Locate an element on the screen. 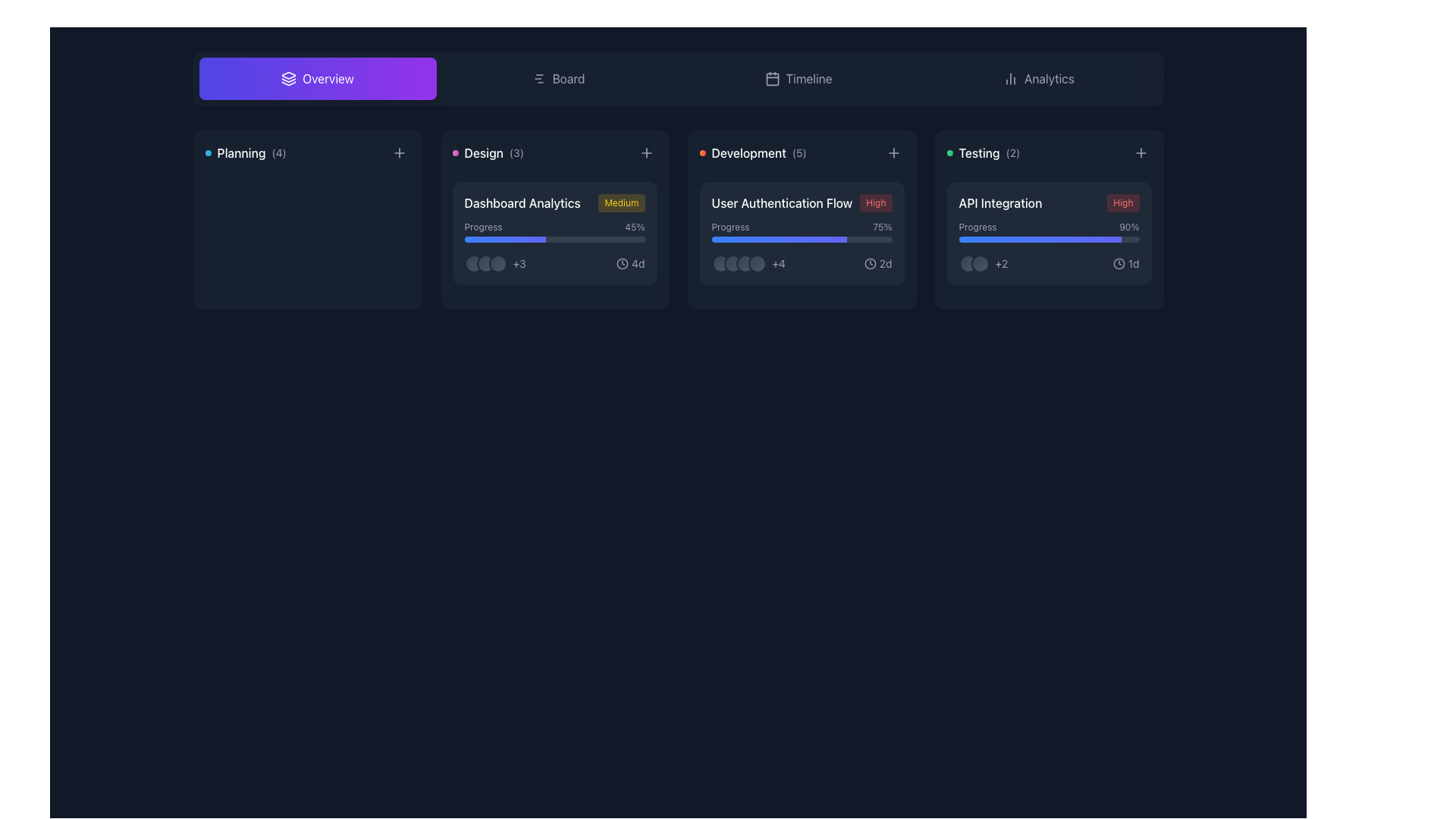  icons of the Status indicator located at the bottom of the 'Dashboard Analytics' card under the 'Design' category for additional information is located at coordinates (554, 262).